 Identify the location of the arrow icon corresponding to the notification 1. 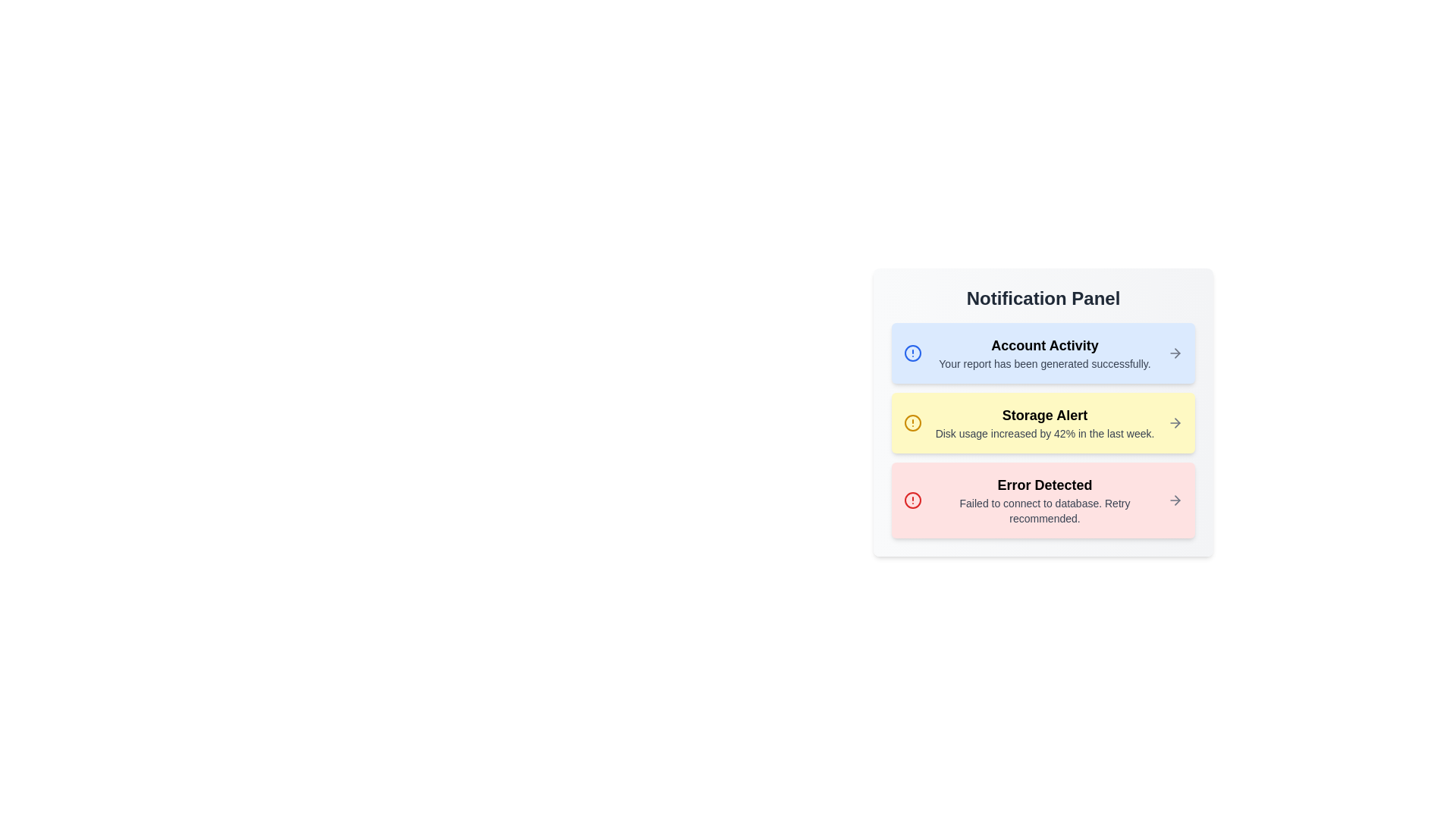
(1175, 353).